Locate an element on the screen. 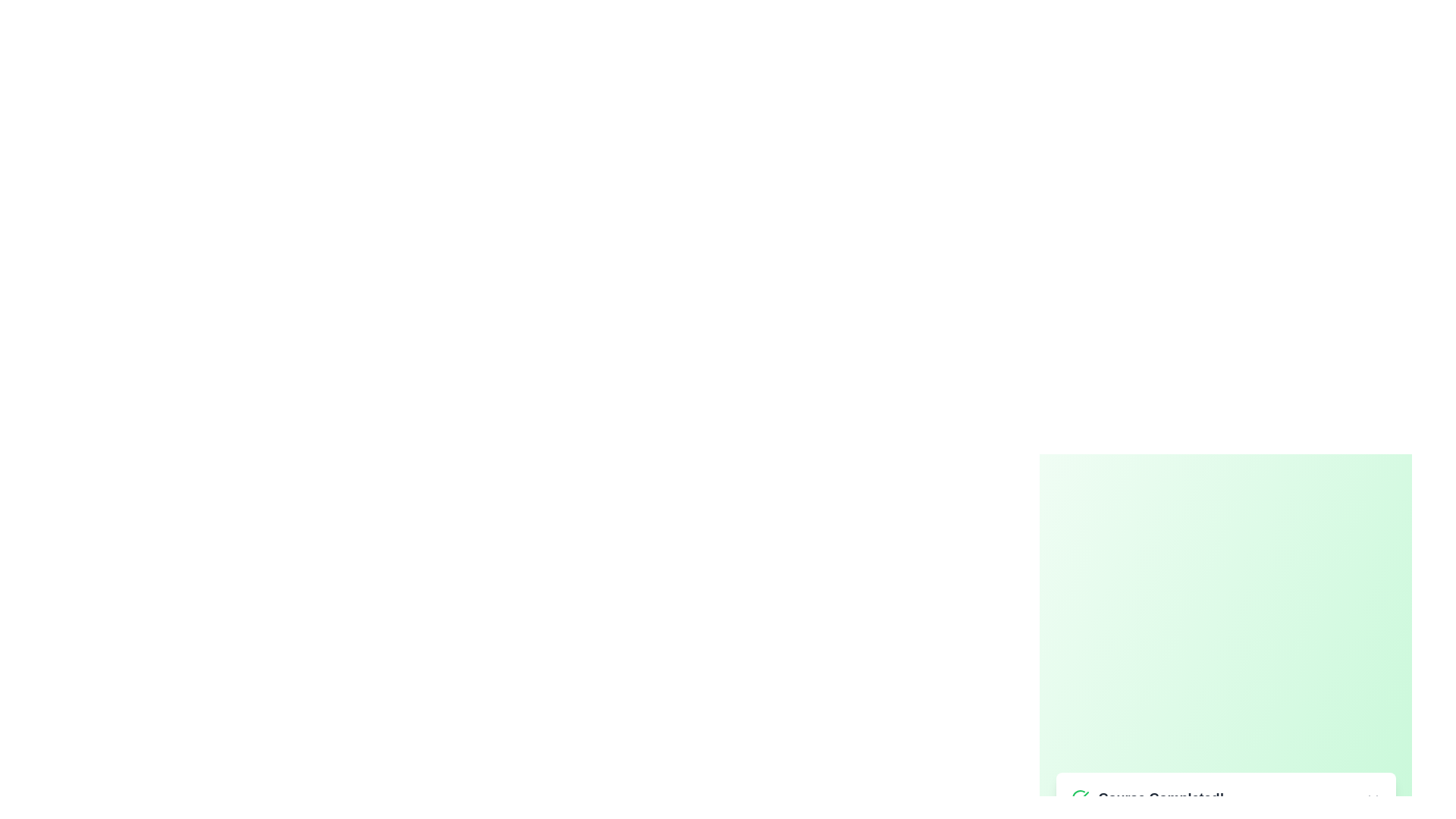  the X icon to display its tooltip or additional information is located at coordinates (1373, 799).